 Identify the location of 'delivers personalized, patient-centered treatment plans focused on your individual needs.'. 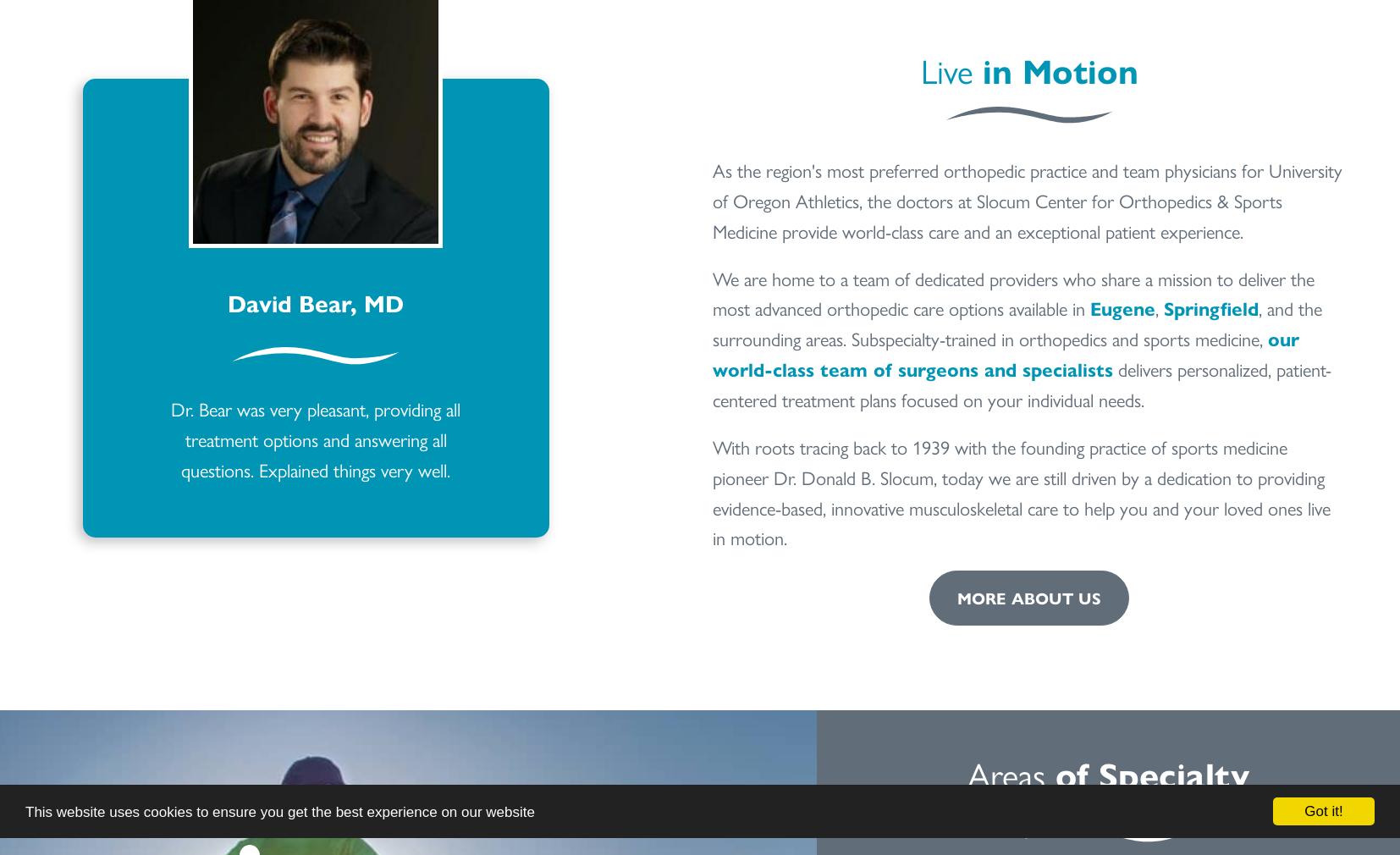
(1020, 383).